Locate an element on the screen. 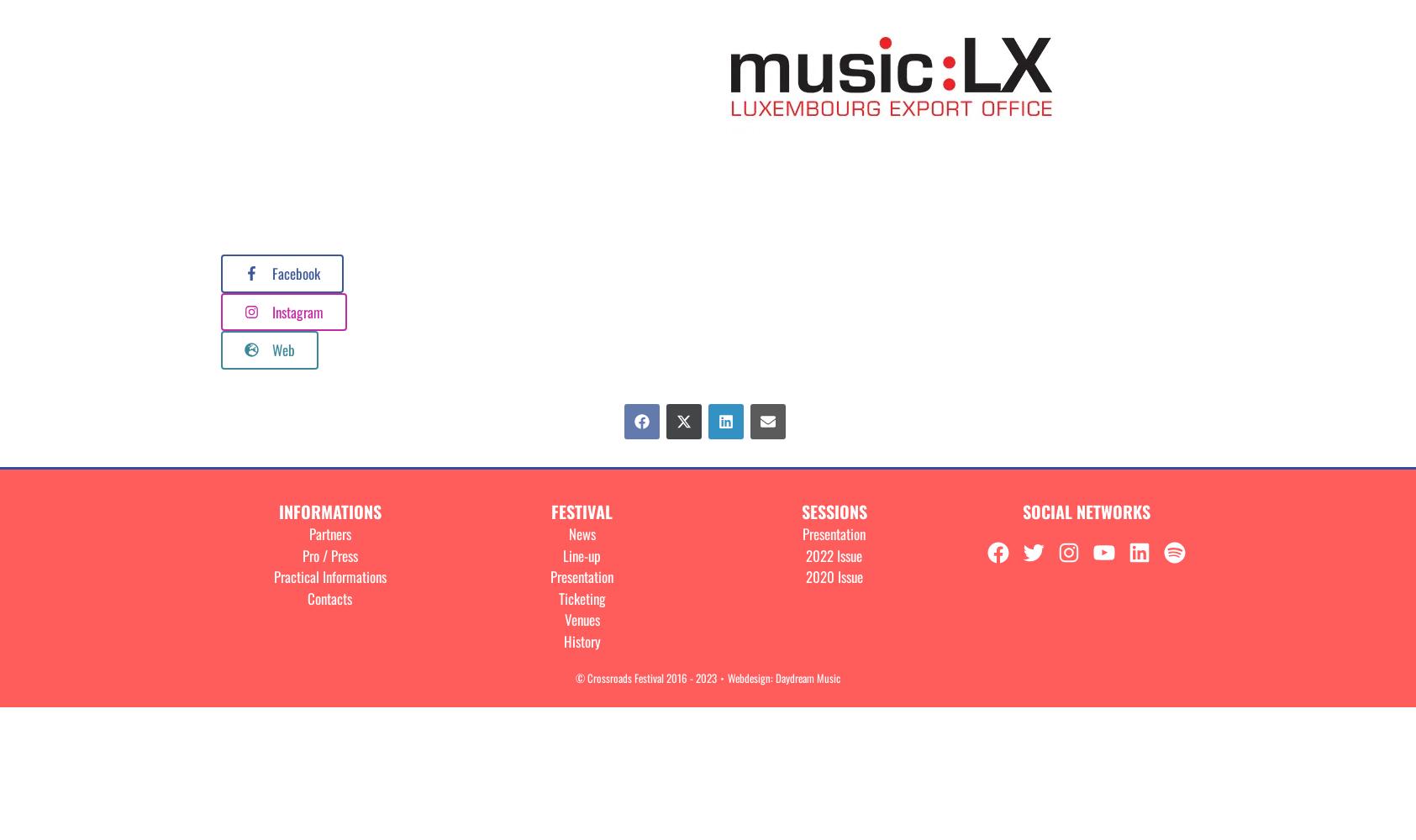  '2022 Issue' is located at coordinates (834, 554).